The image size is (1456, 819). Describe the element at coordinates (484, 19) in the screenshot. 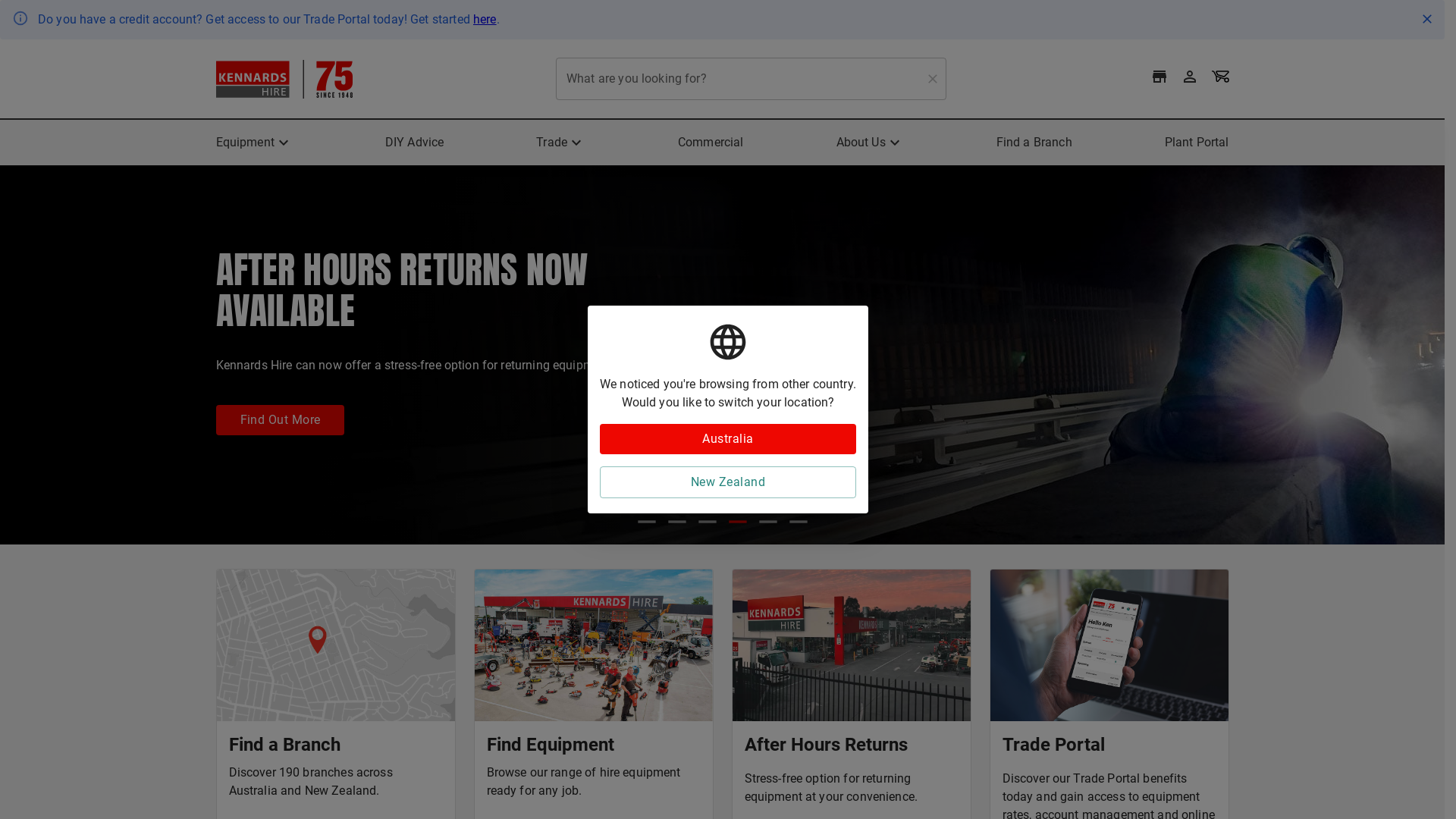

I see `'here'` at that location.